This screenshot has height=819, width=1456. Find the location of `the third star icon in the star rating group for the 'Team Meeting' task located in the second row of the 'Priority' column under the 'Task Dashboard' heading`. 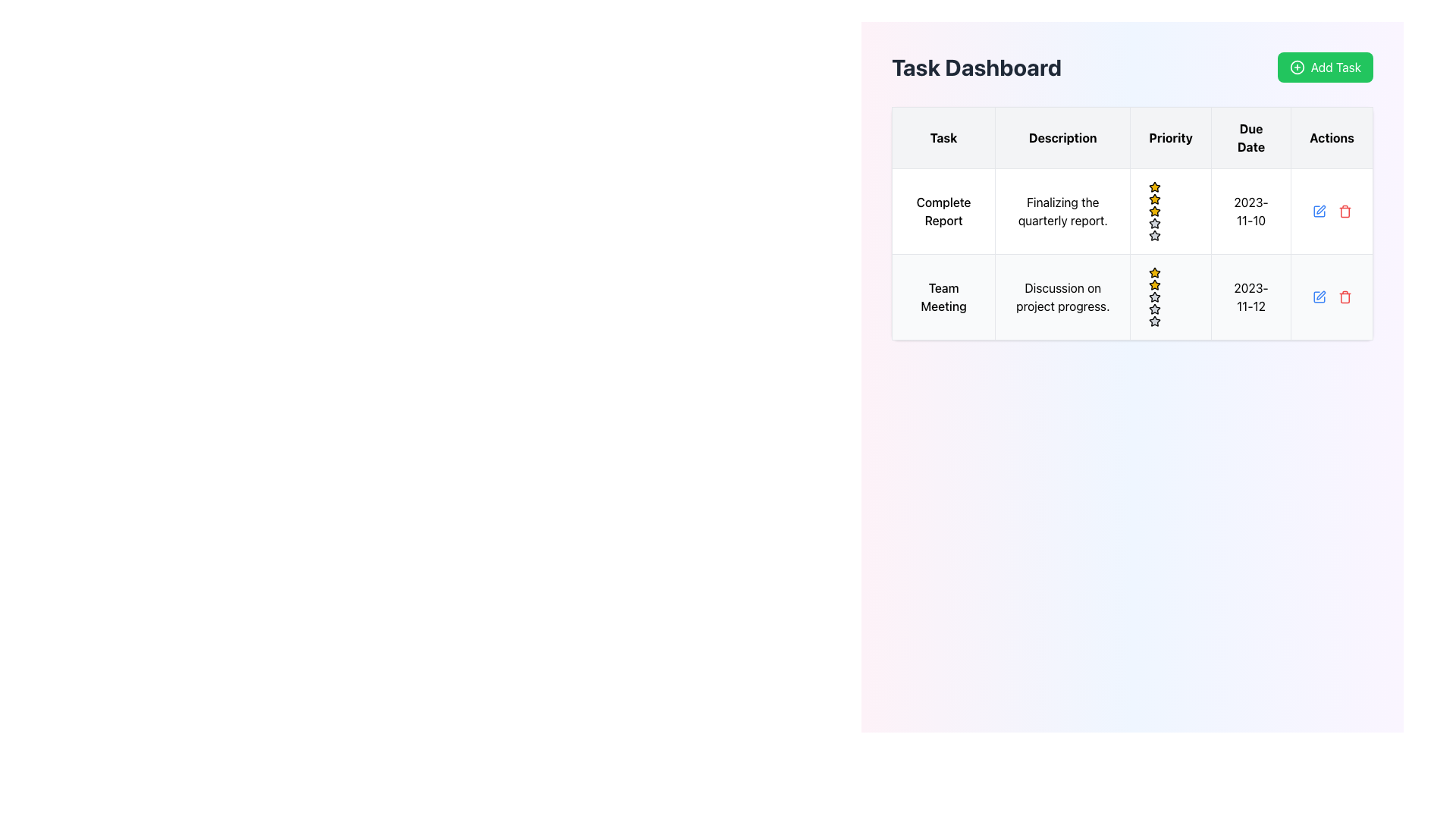

the third star icon in the star rating group for the 'Team Meeting' task located in the second row of the 'Priority' column under the 'Task Dashboard' heading is located at coordinates (1154, 320).